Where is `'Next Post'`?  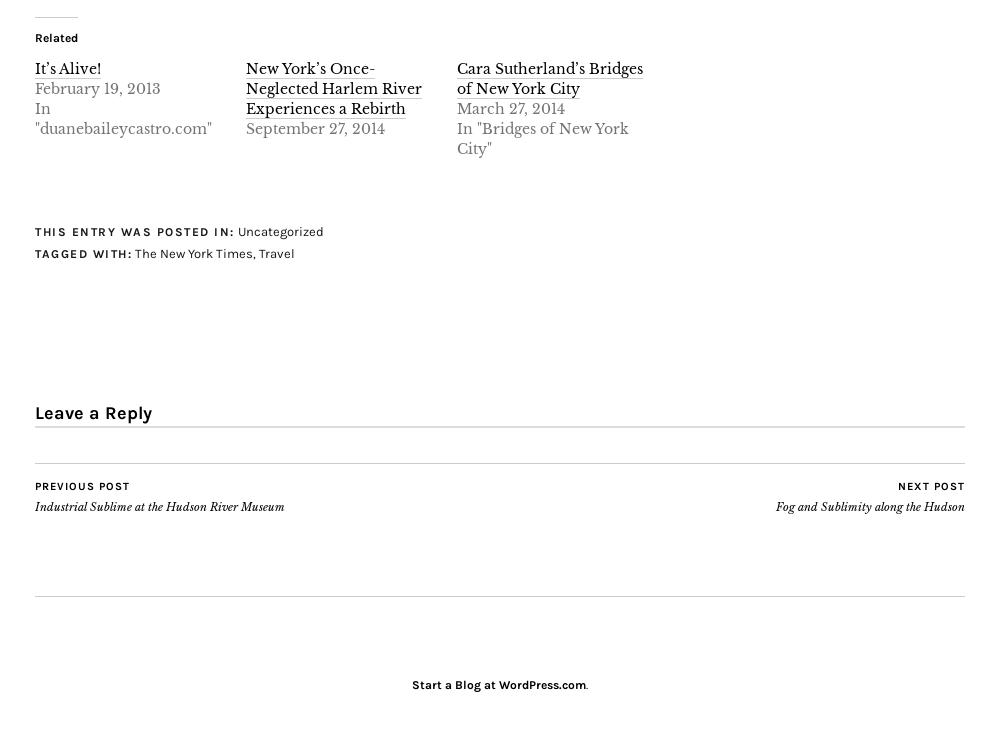 'Next Post' is located at coordinates (931, 485).